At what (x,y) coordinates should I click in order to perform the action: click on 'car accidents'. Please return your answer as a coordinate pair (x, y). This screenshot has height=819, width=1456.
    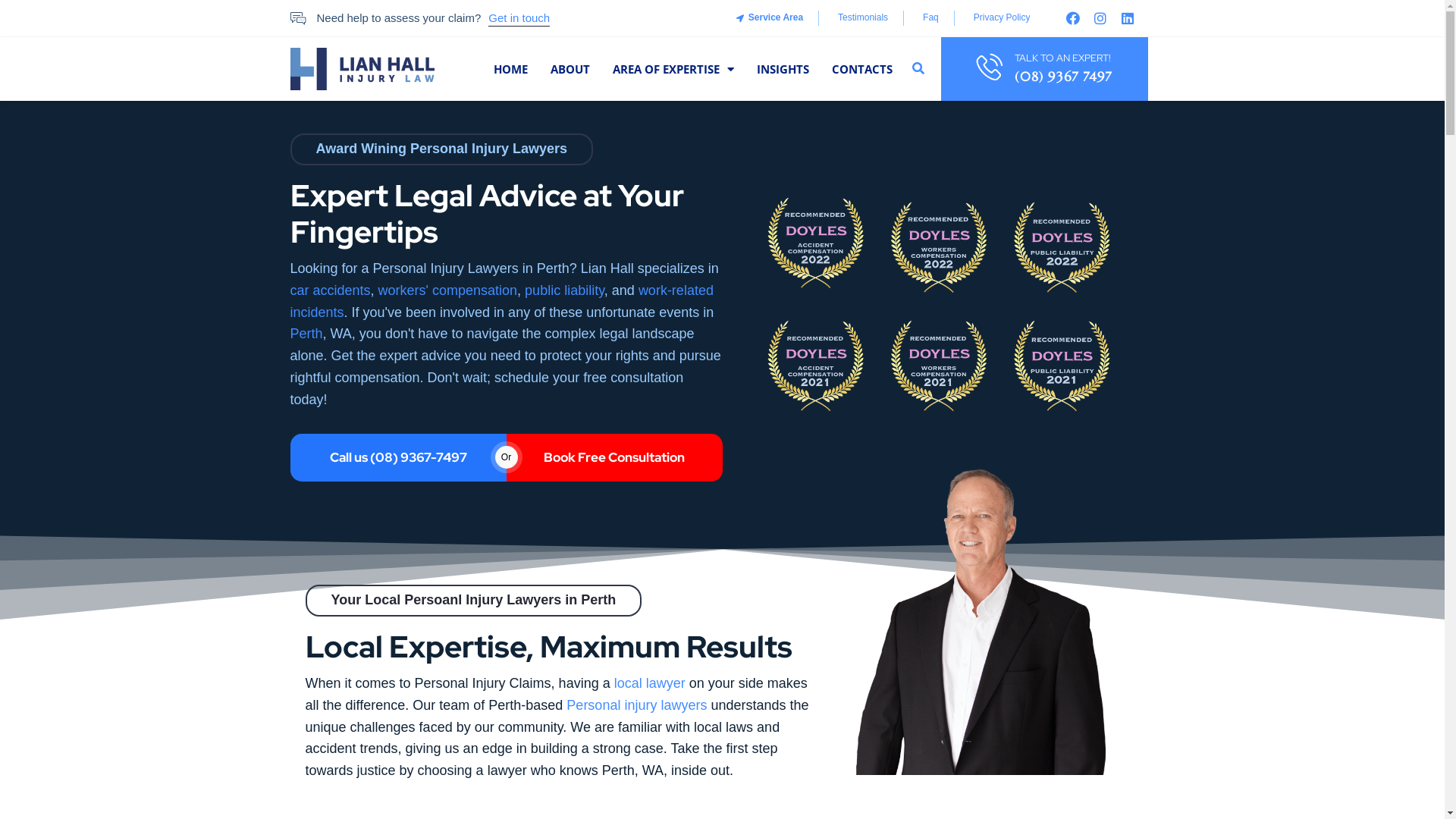
    Looking at the image, I should click on (329, 290).